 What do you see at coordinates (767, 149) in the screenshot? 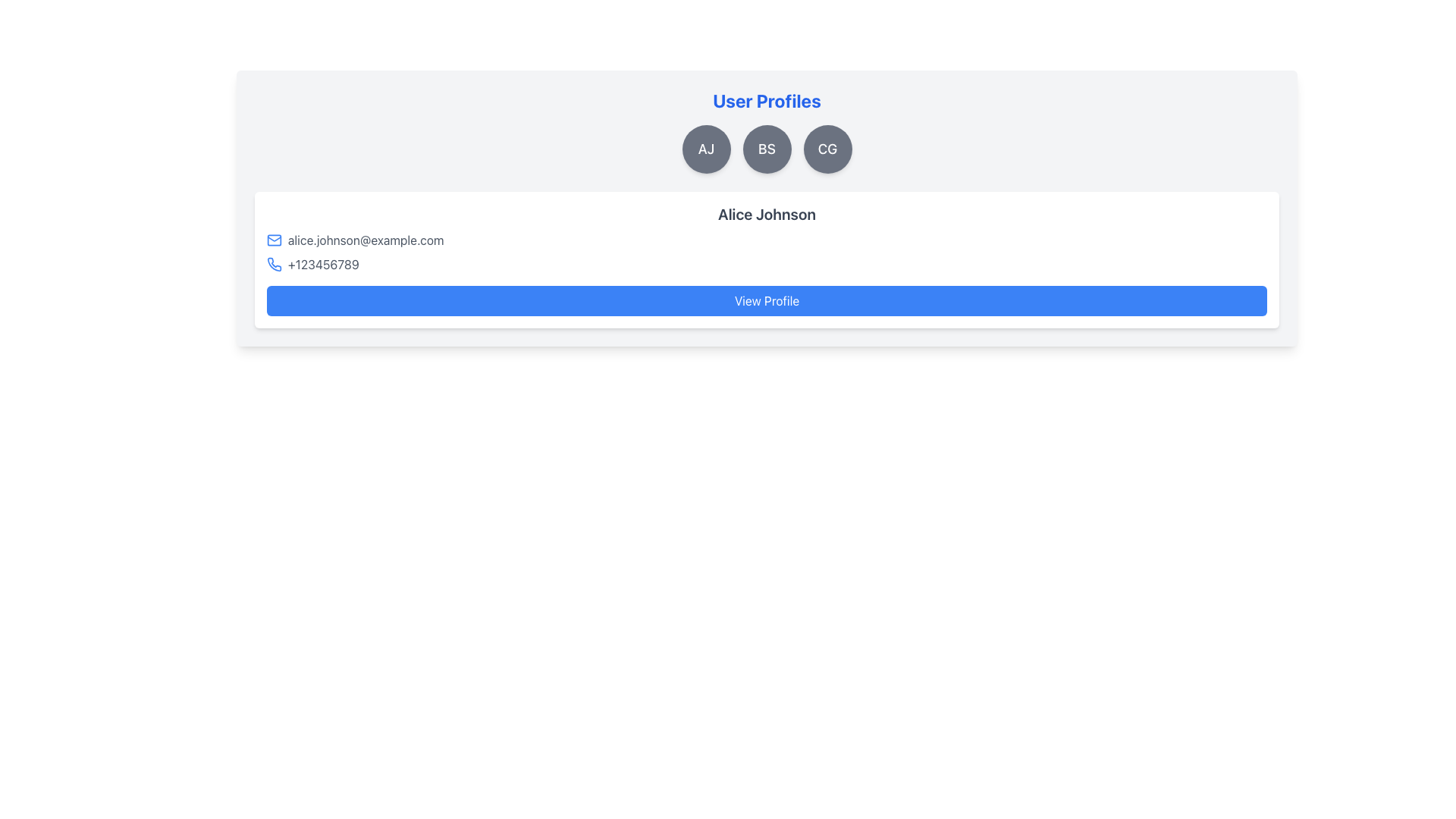
I see `the button labeled 'BS', which is the second button in a horizontal row of three, to trigger hover events` at bounding box center [767, 149].